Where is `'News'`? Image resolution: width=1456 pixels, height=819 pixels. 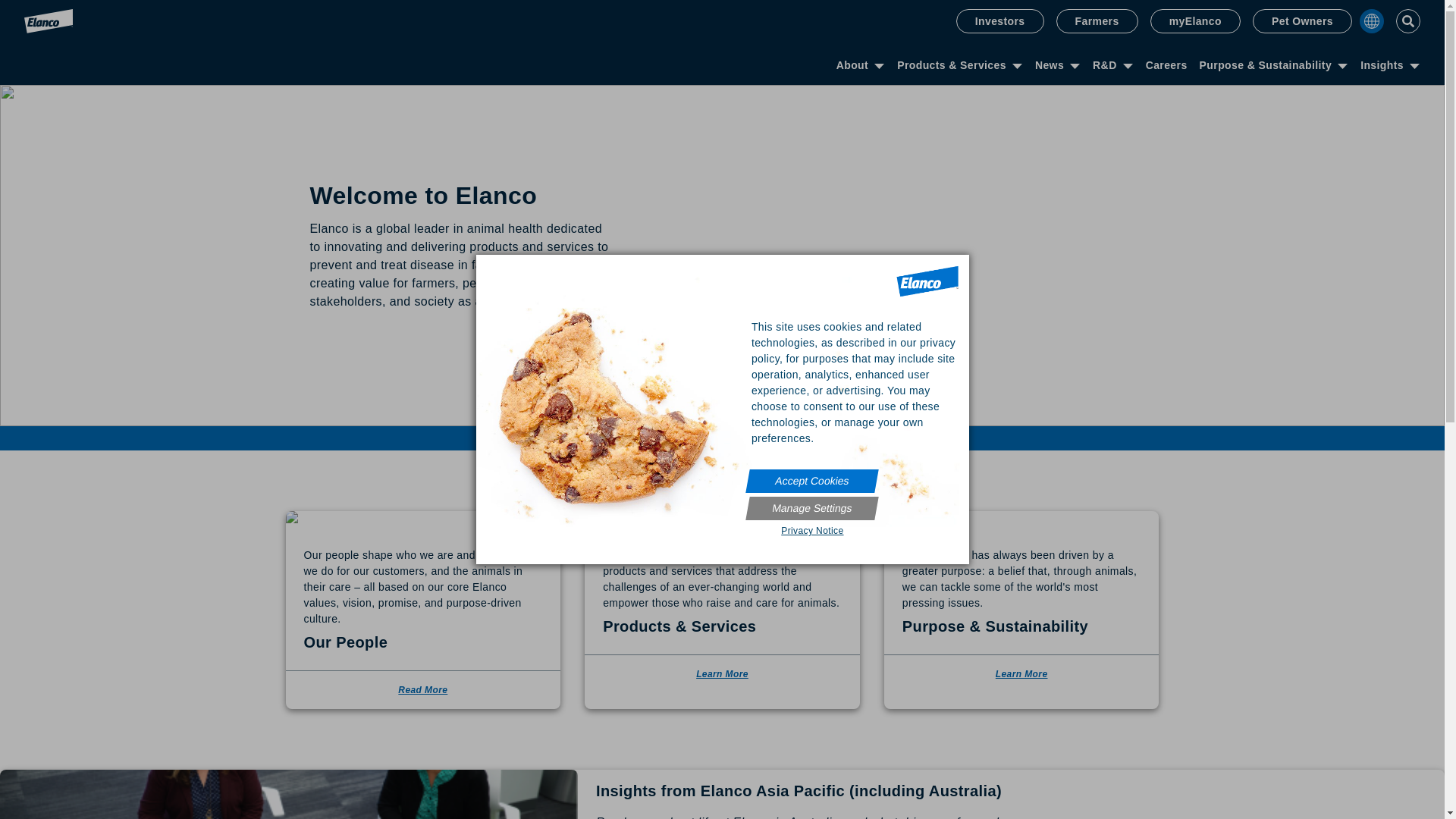
'News' is located at coordinates (1034, 66).